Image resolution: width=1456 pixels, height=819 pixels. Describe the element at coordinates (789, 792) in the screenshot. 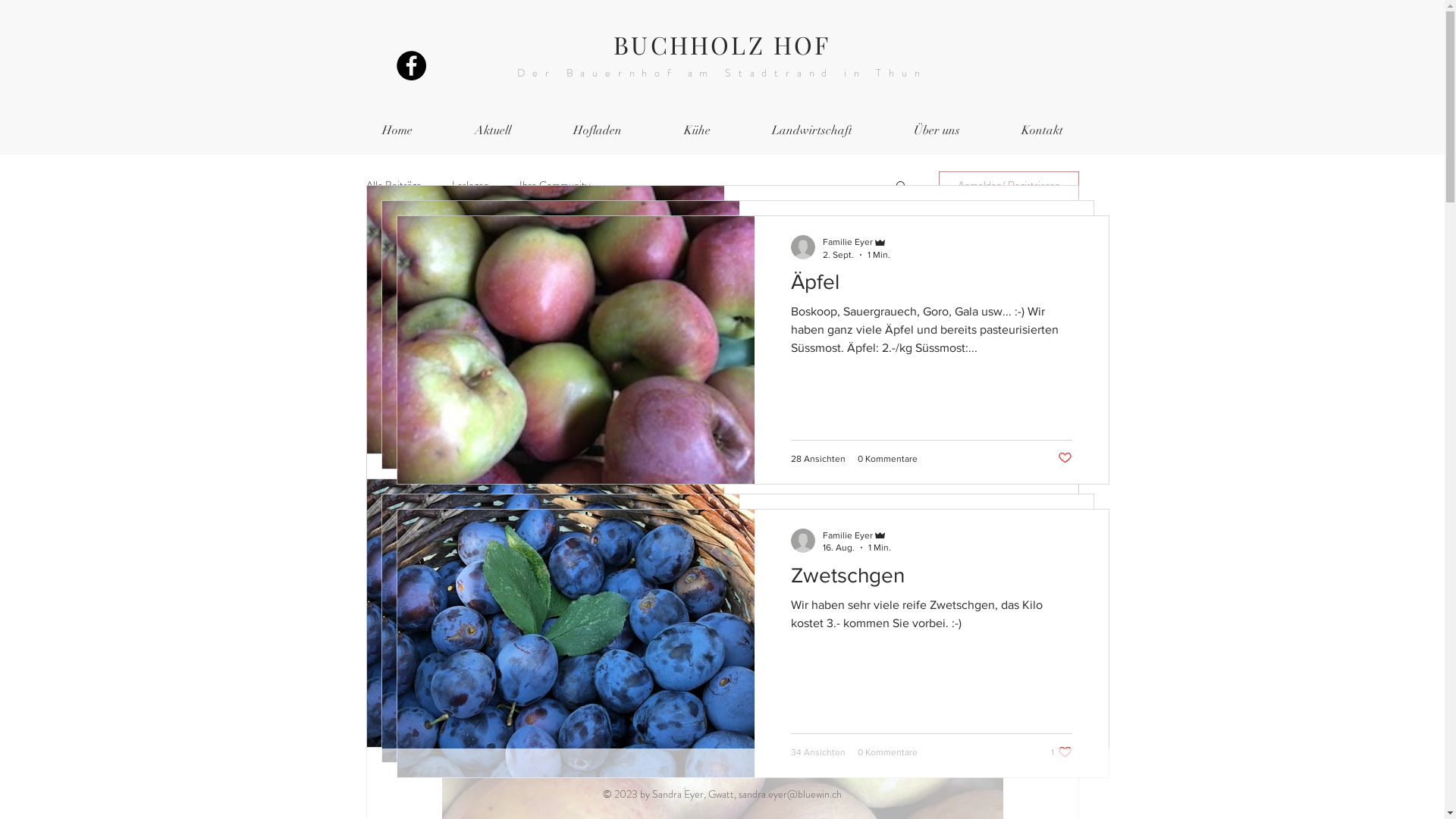

I see `'sandra.eyer@bluewin.ch'` at that location.